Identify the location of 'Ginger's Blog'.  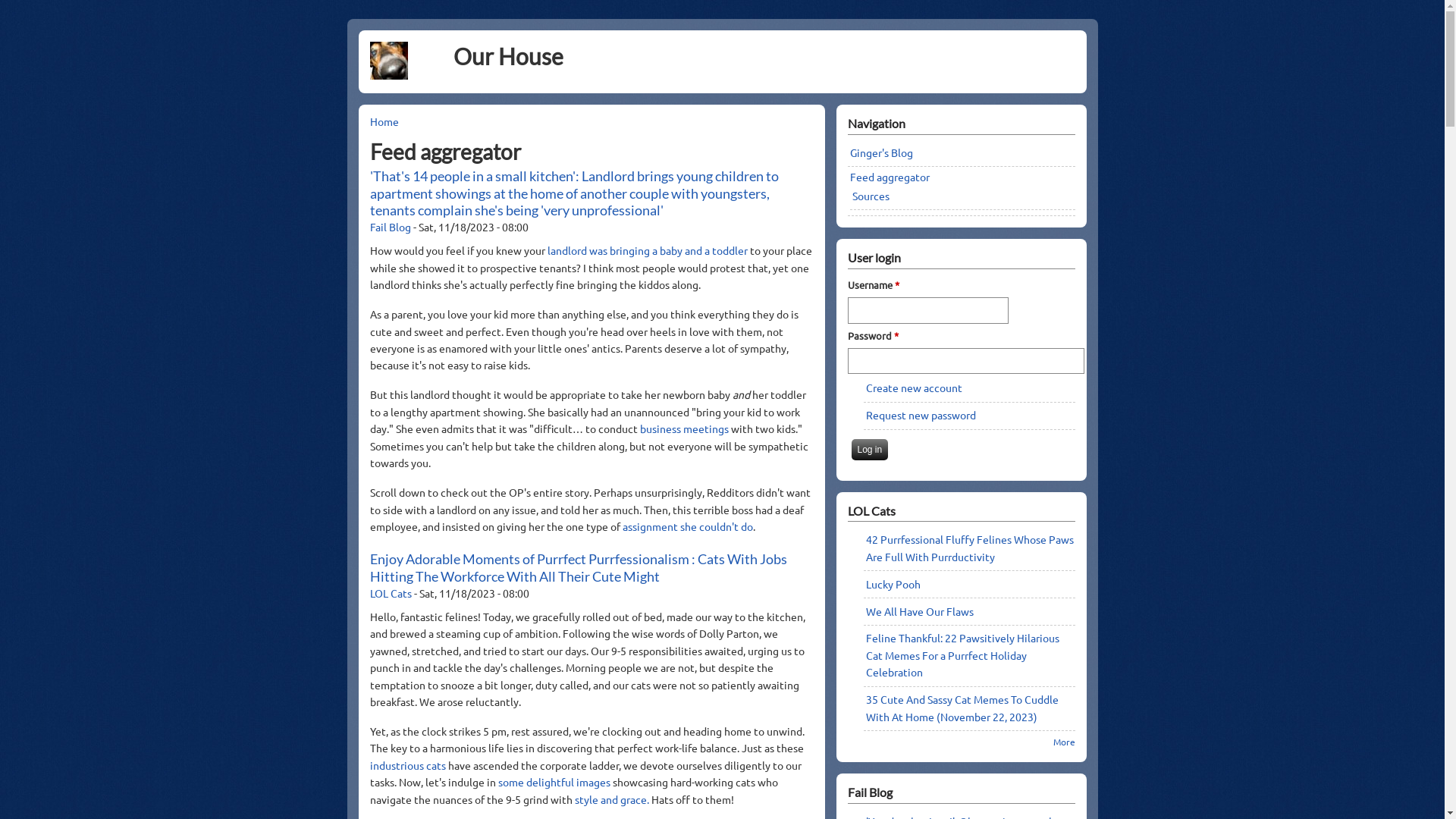
(880, 152).